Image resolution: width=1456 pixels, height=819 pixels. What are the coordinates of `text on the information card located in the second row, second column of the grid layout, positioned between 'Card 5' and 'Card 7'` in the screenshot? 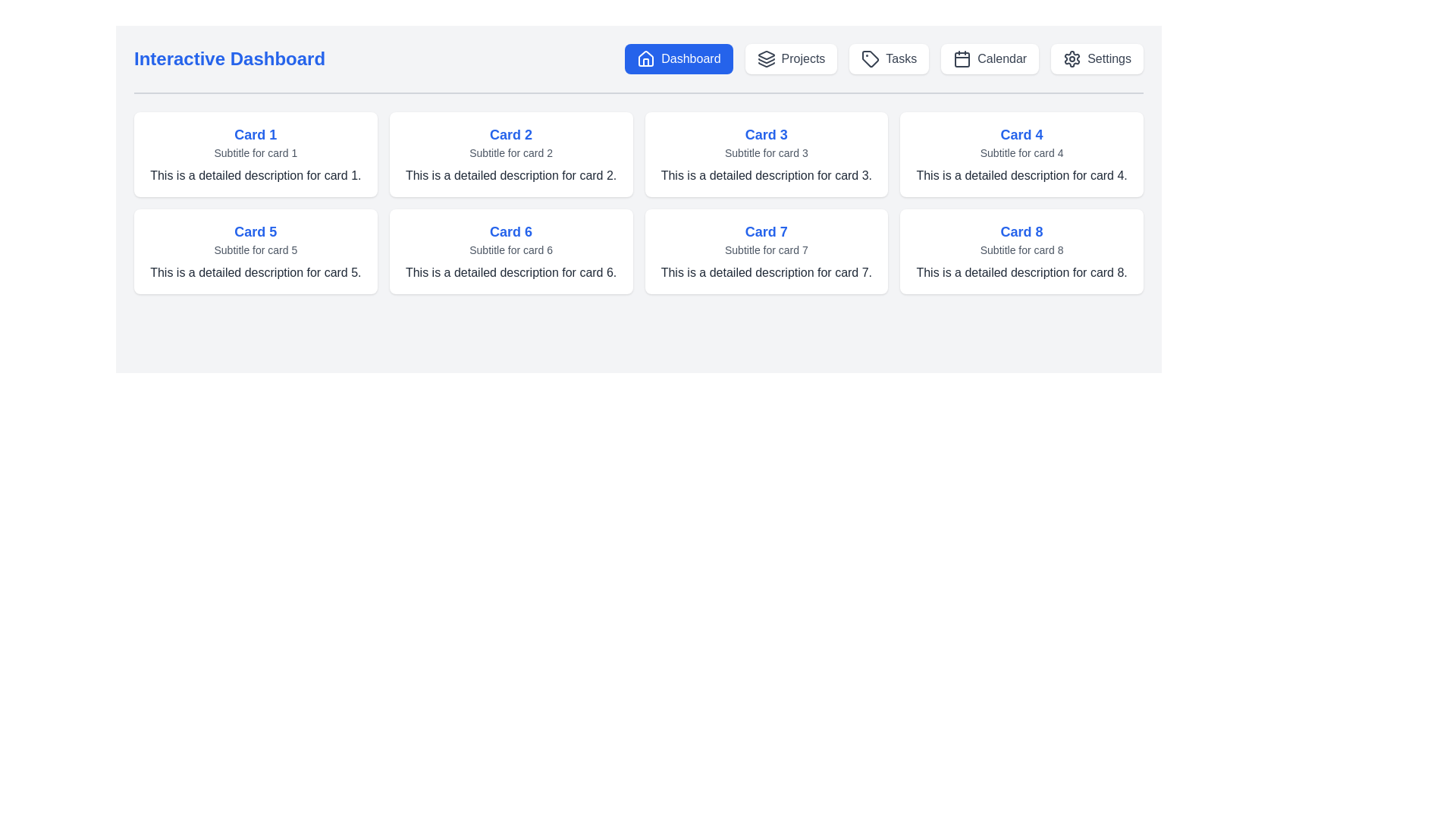 It's located at (511, 250).